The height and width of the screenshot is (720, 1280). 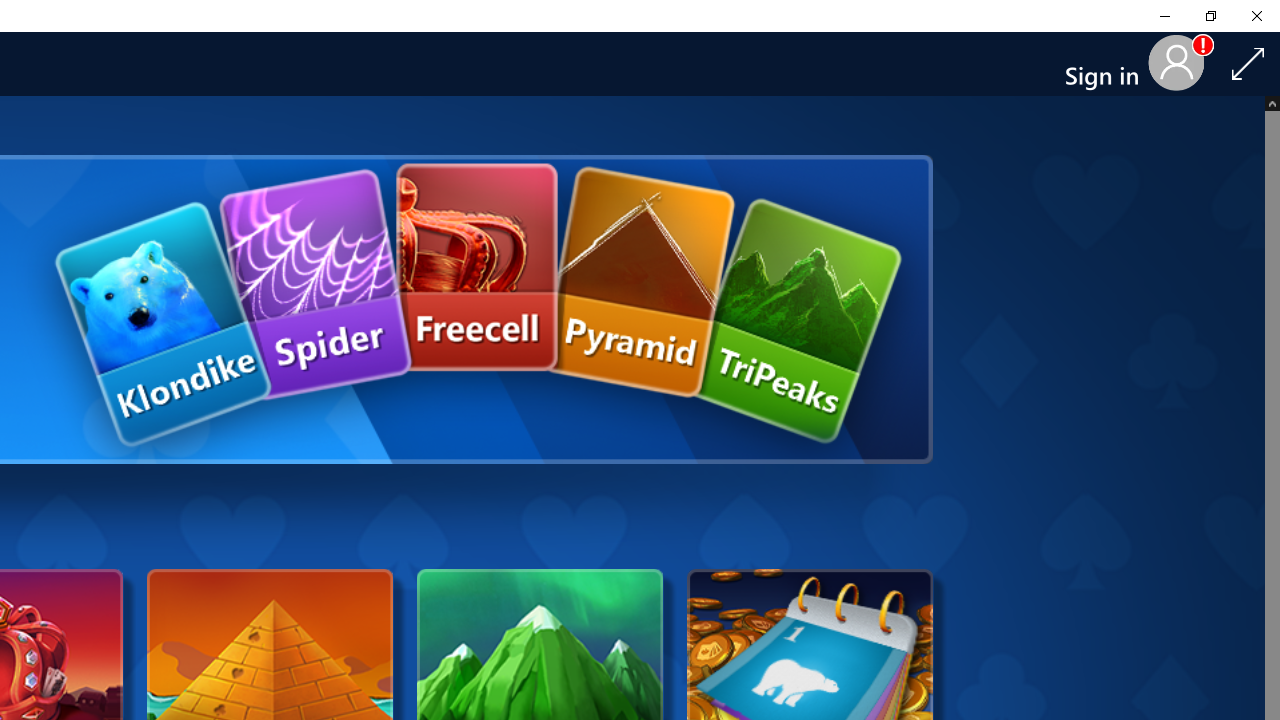 I want to click on 'Minimize Solitaire & Casual Games', so click(x=1164, y=15).